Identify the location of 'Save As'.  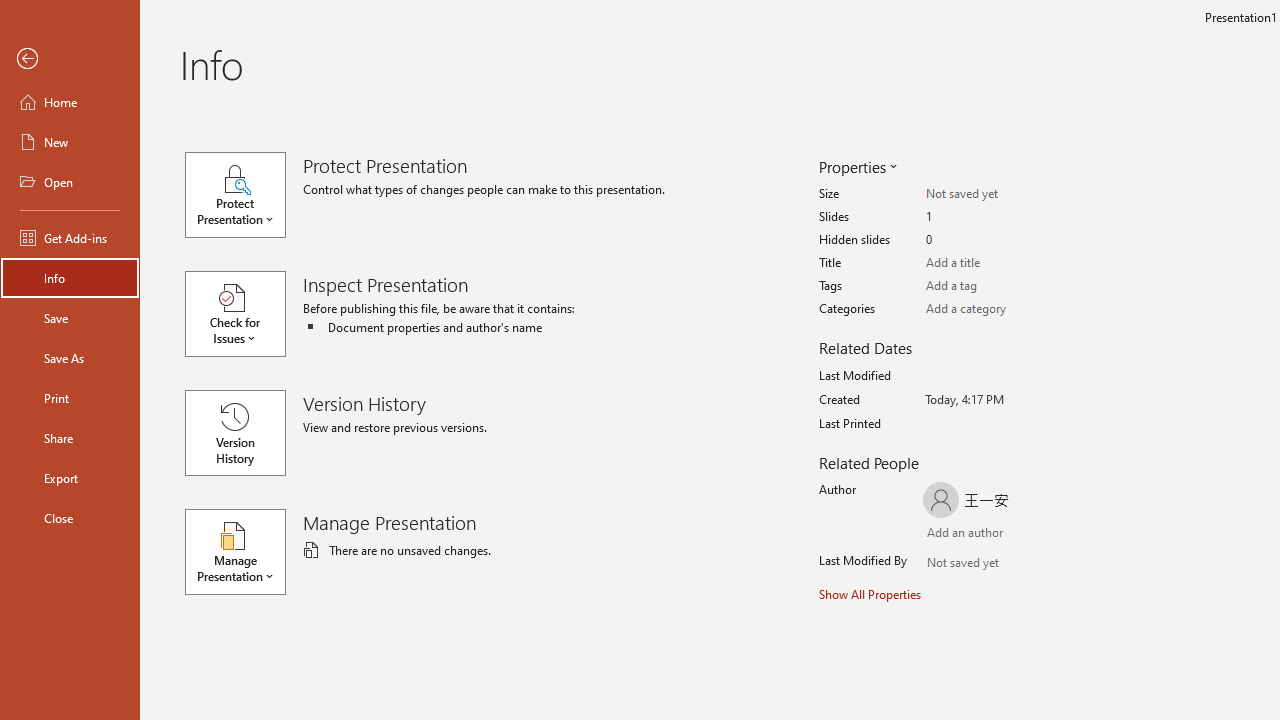
(69, 356).